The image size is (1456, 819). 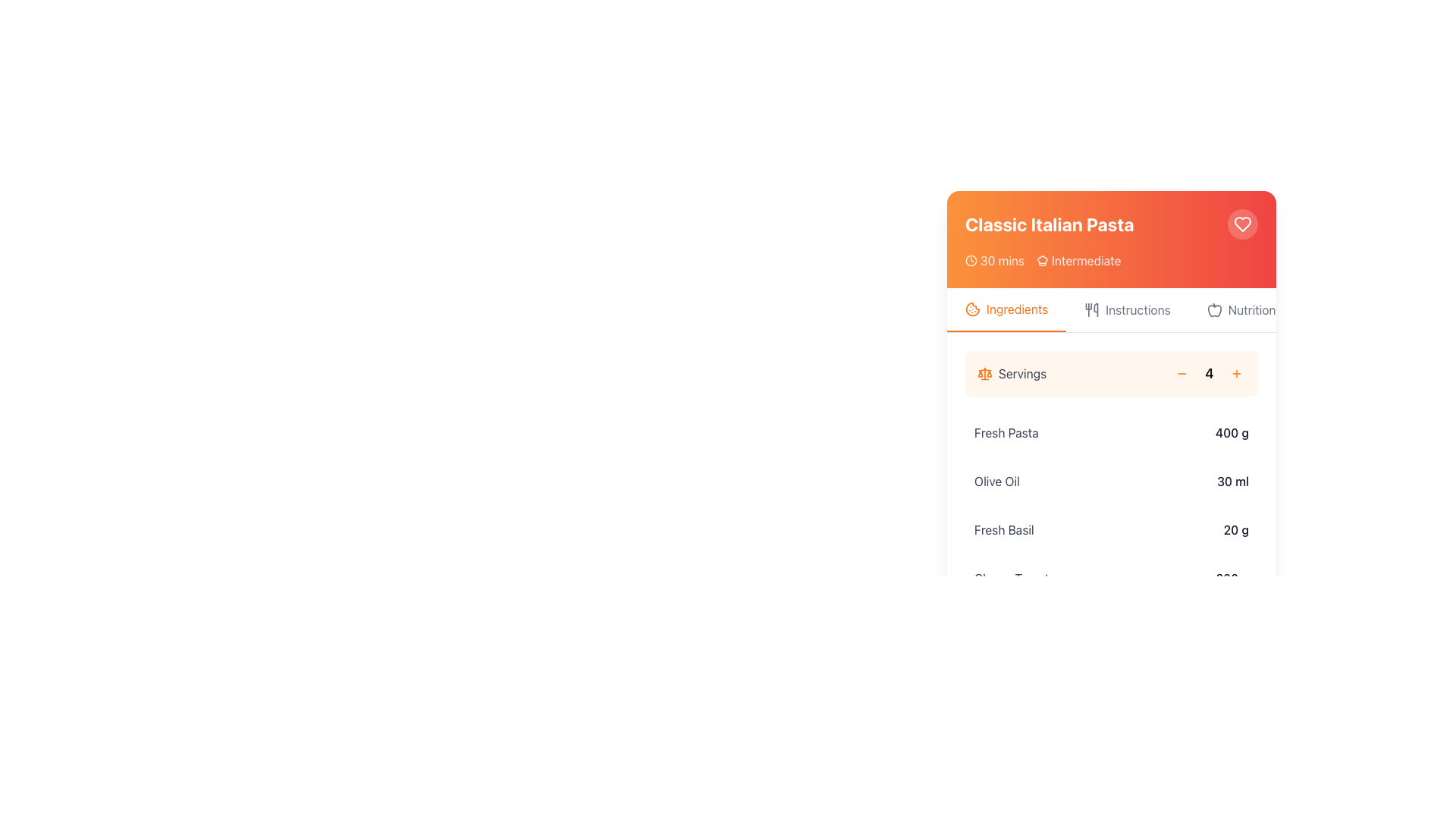 I want to click on the 'Nutrition' tab in the navigation menu, so click(x=1252, y=309).